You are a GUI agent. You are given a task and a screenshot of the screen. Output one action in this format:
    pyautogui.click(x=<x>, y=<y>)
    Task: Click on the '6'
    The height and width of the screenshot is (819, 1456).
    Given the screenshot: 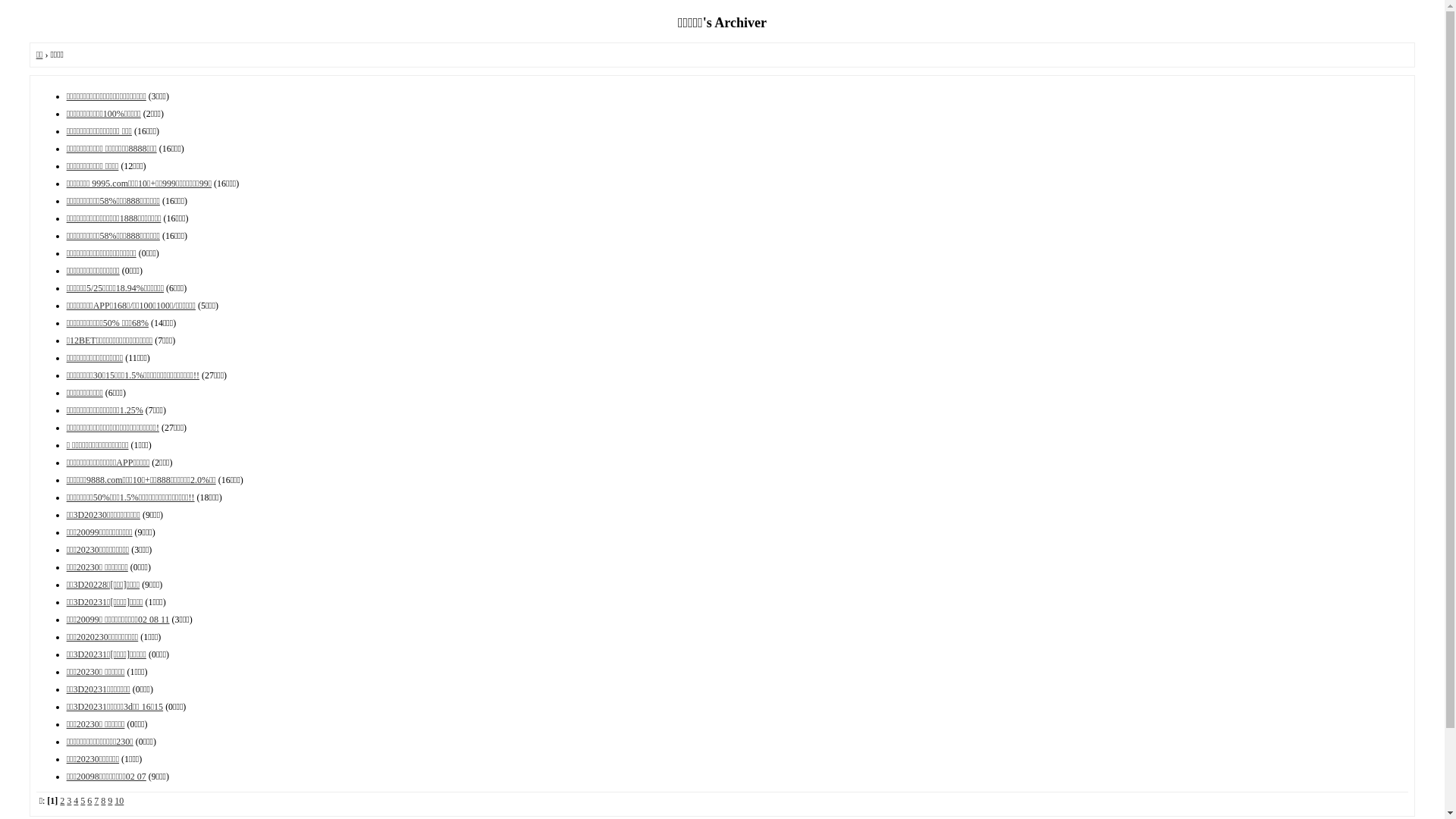 What is the action you would take?
    pyautogui.click(x=89, y=800)
    